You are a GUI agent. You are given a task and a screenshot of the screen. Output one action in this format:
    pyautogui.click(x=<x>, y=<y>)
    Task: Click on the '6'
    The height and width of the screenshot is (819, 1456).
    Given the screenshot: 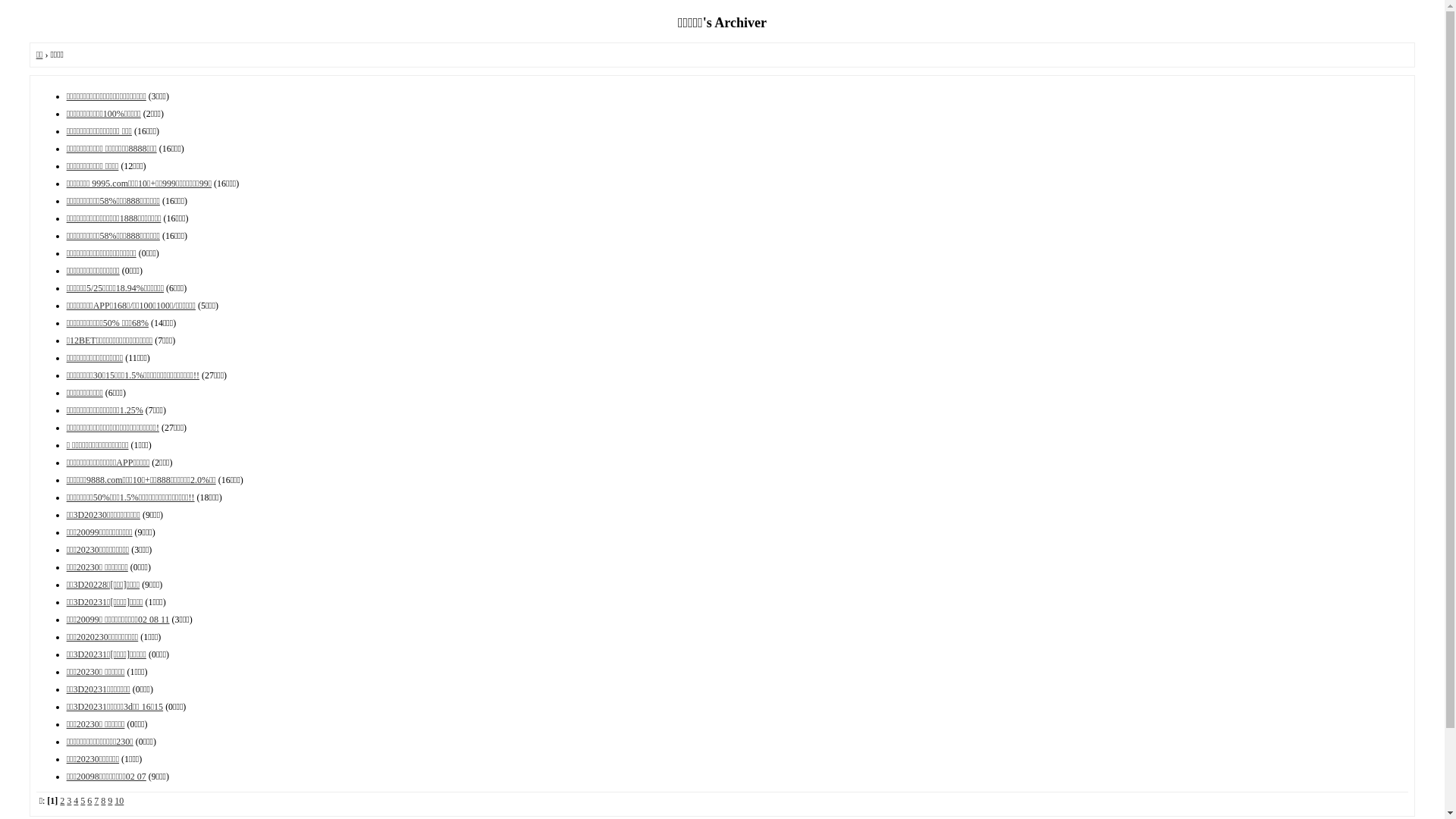 What is the action you would take?
    pyautogui.click(x=89, y=800)
    